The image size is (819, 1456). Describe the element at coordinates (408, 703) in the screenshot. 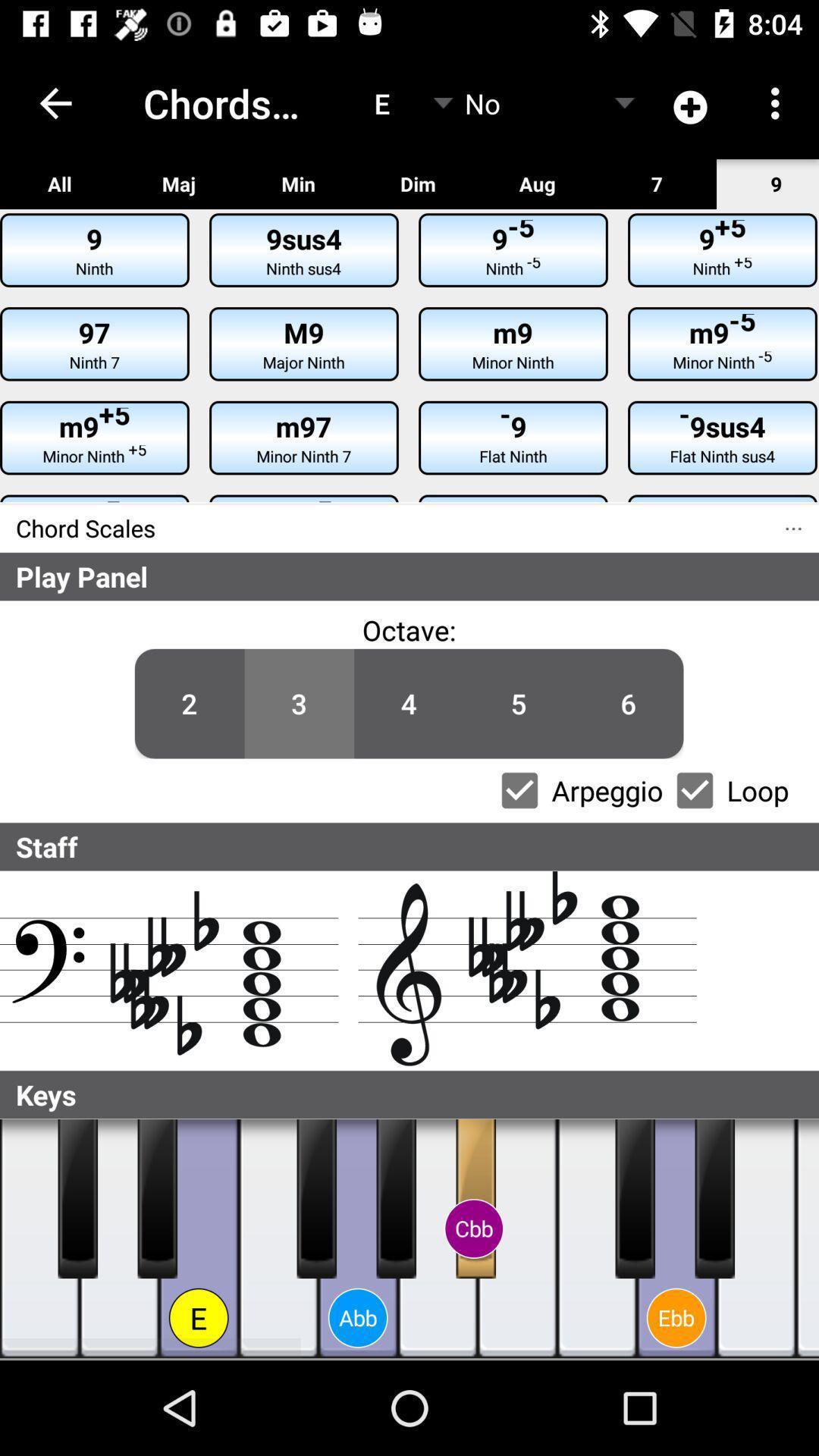

I see `icon next to 5` at that location.